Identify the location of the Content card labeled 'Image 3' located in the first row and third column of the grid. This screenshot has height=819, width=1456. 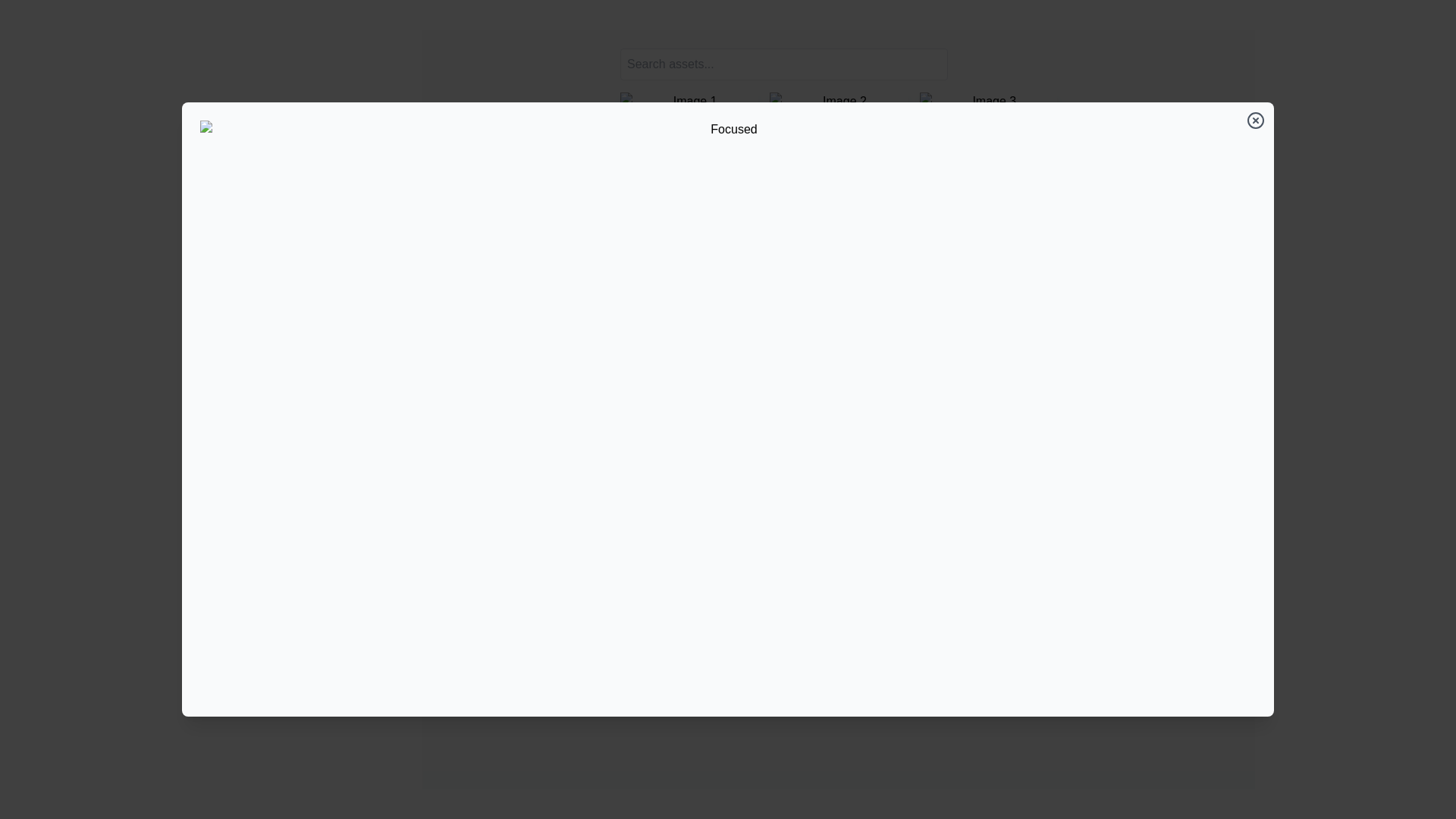
(988, 102).